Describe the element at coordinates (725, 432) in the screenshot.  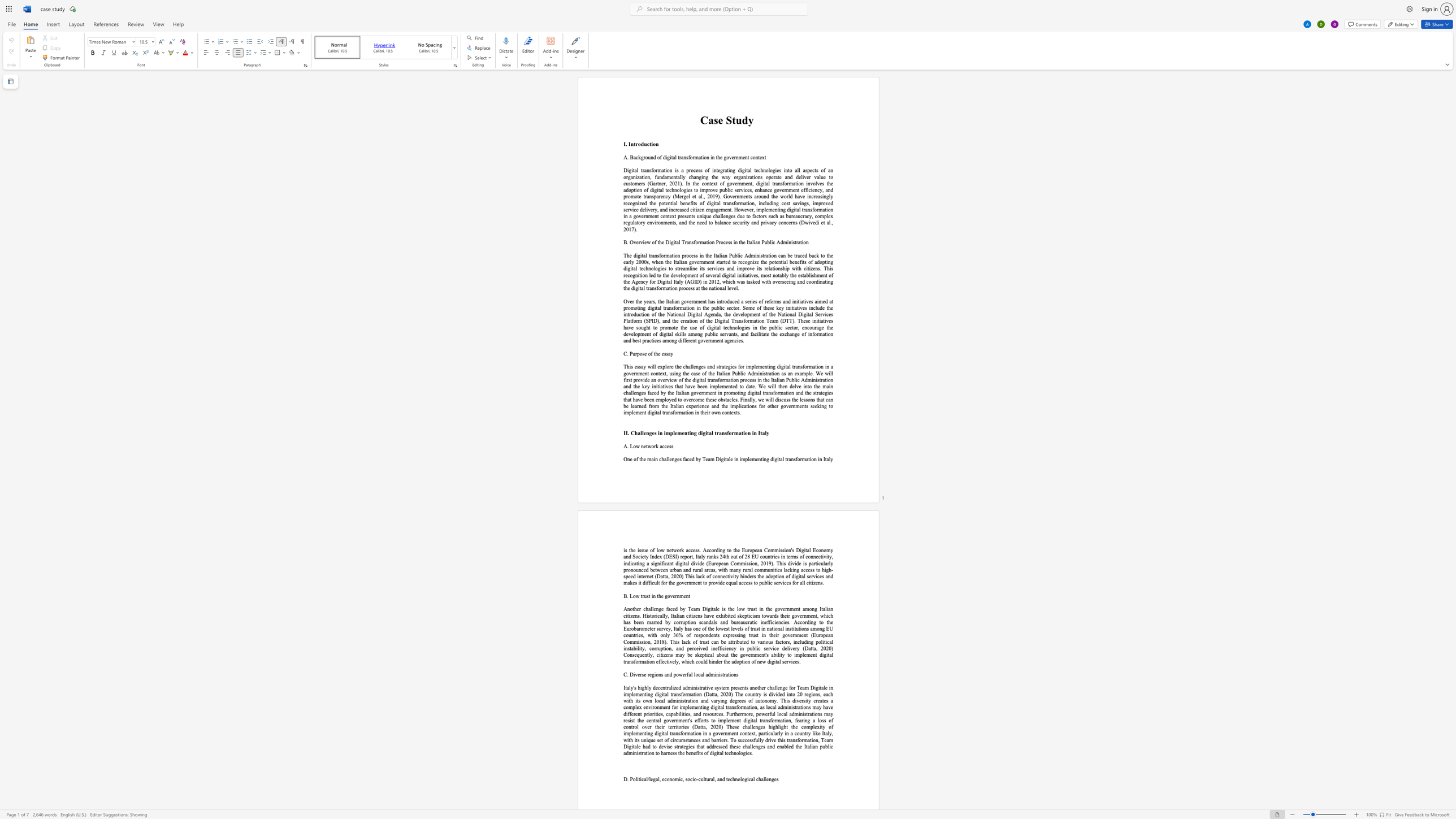
I see `the 2th character "s" in the text` at that location.